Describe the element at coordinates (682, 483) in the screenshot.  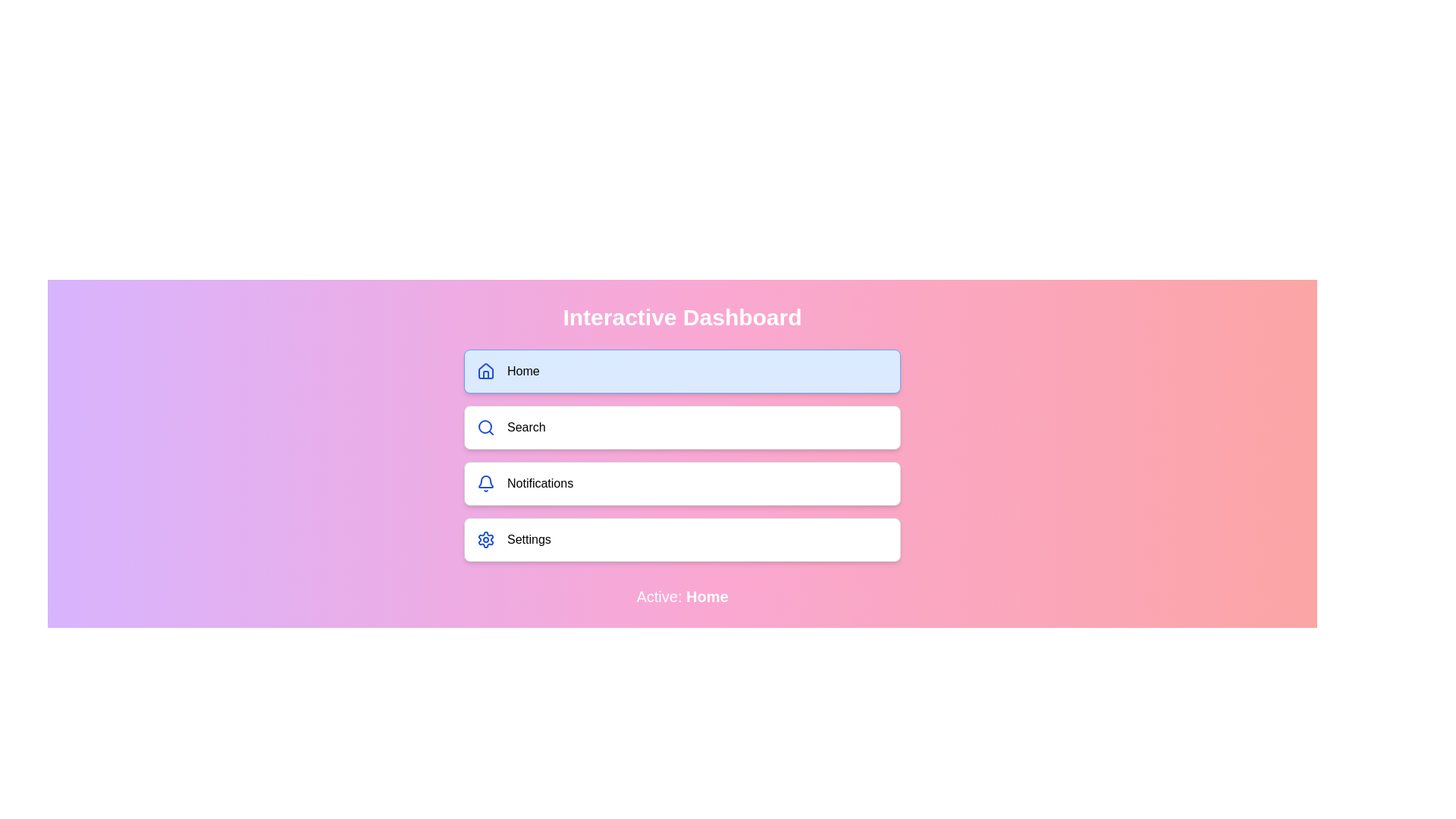
I see `the Notifications navigation menu item` at that location.